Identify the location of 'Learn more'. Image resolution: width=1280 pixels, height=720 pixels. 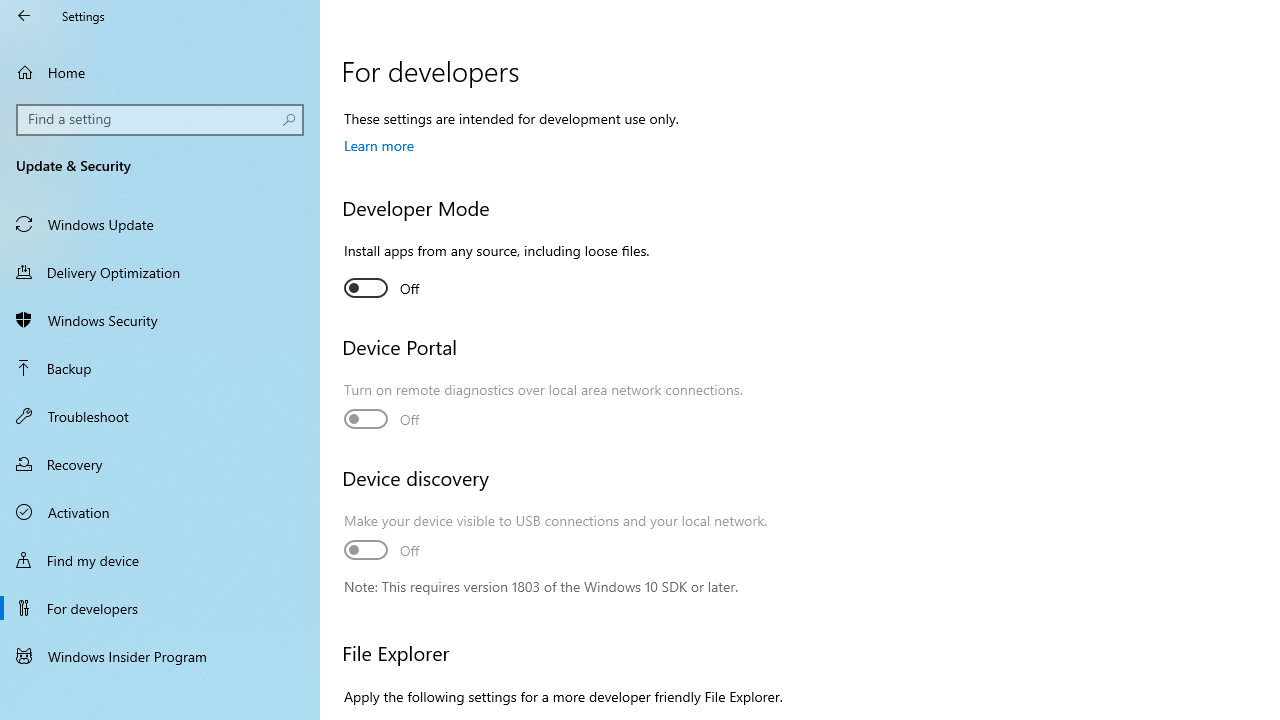
(379, 144).